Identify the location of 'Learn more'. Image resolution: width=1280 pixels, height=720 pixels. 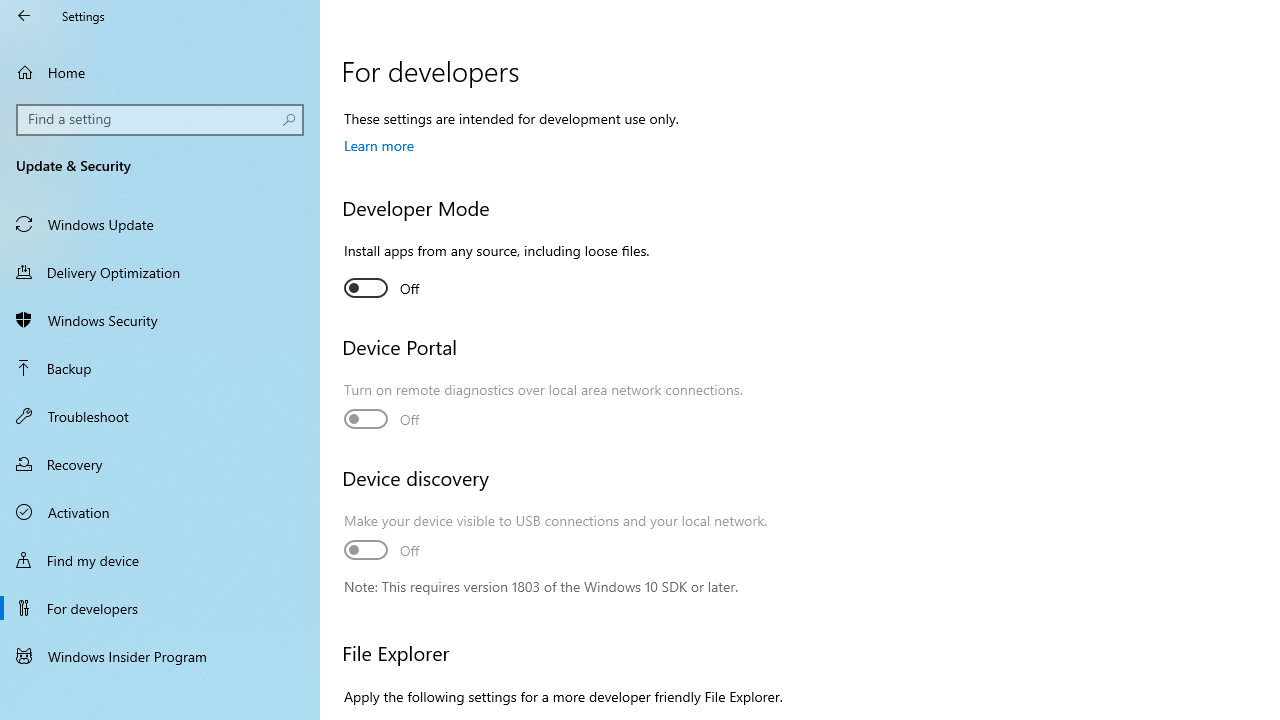
(379, 144).